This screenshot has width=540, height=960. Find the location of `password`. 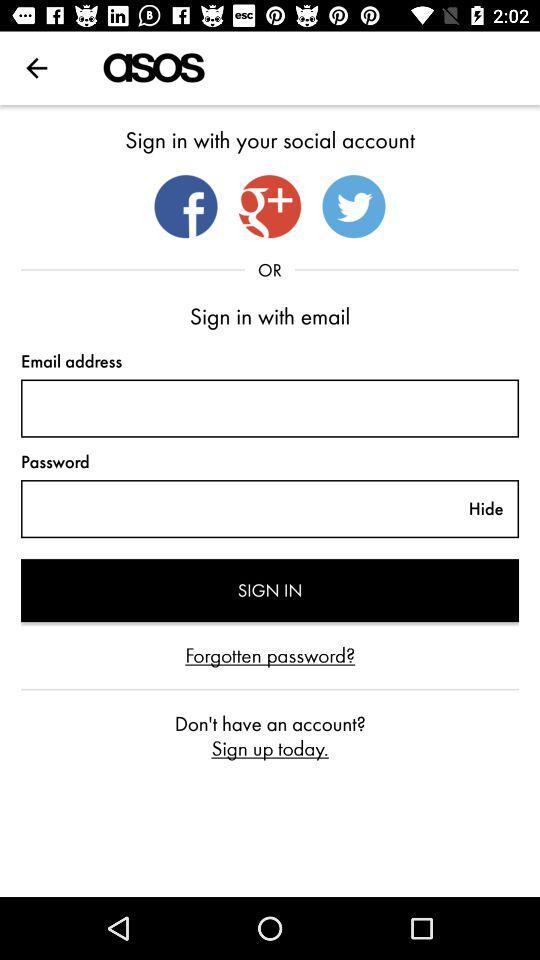

password is located at coordinates (237, 508).